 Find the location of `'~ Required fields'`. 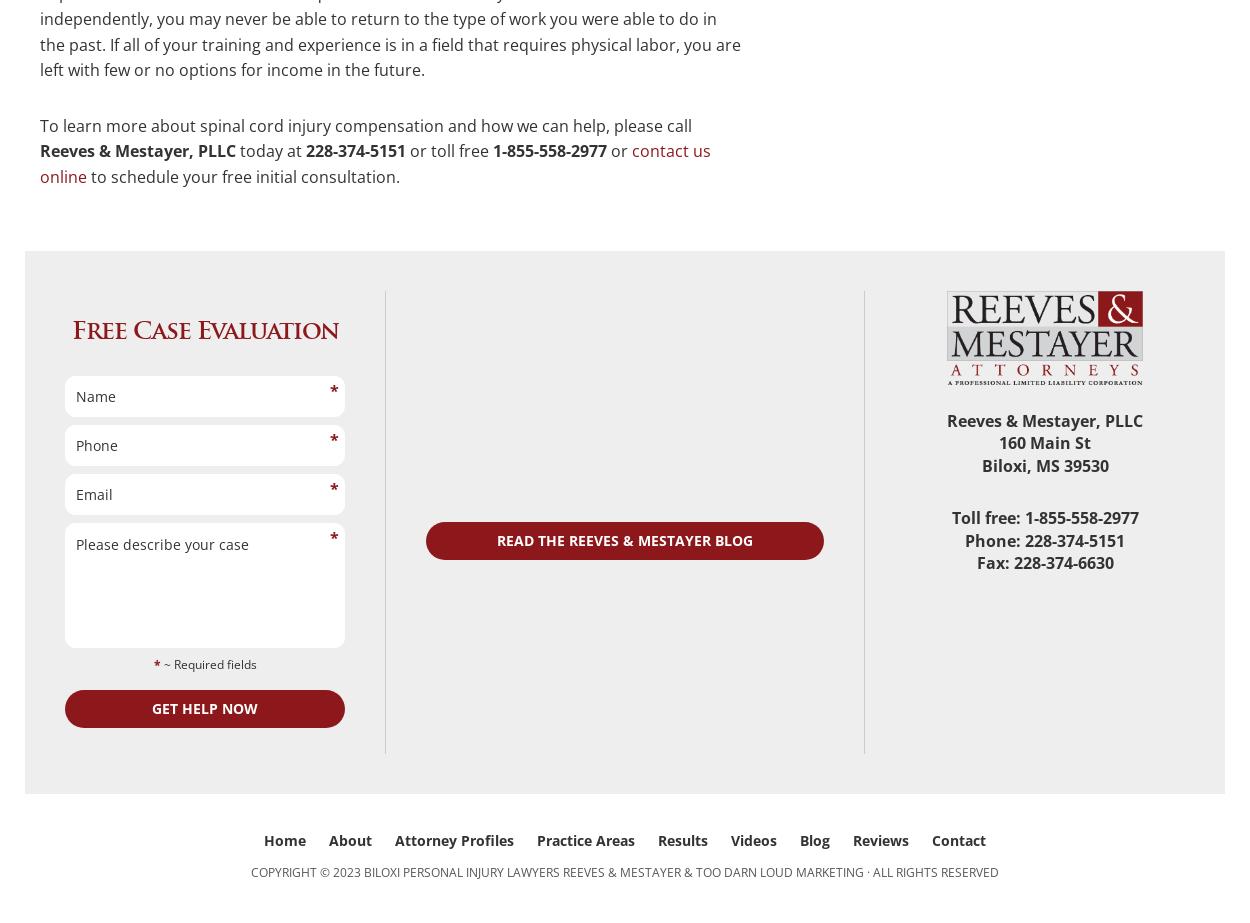

'~ Required fields' is located at coordinates (207, 663).